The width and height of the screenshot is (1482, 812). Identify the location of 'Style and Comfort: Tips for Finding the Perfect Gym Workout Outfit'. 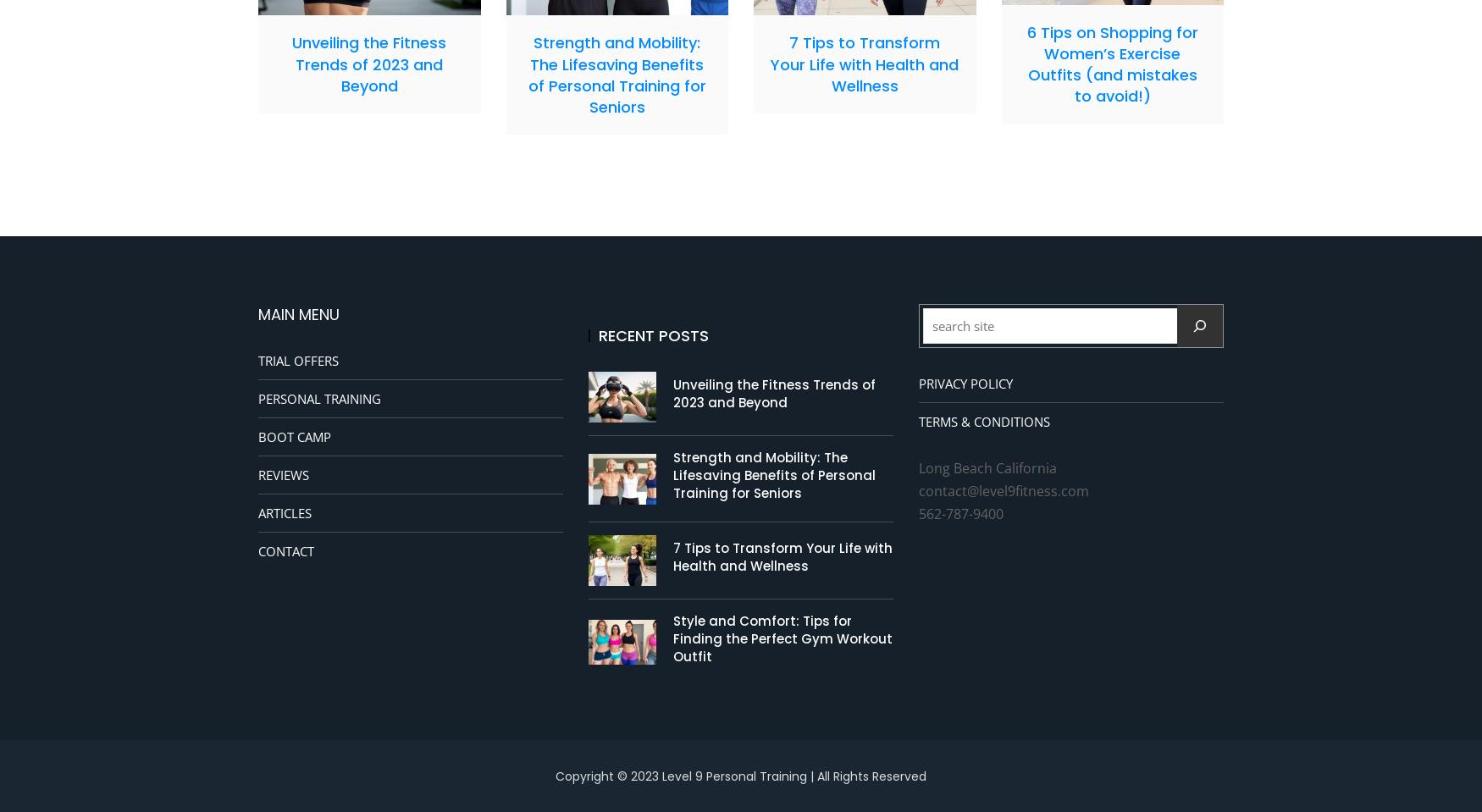
(782, 638).